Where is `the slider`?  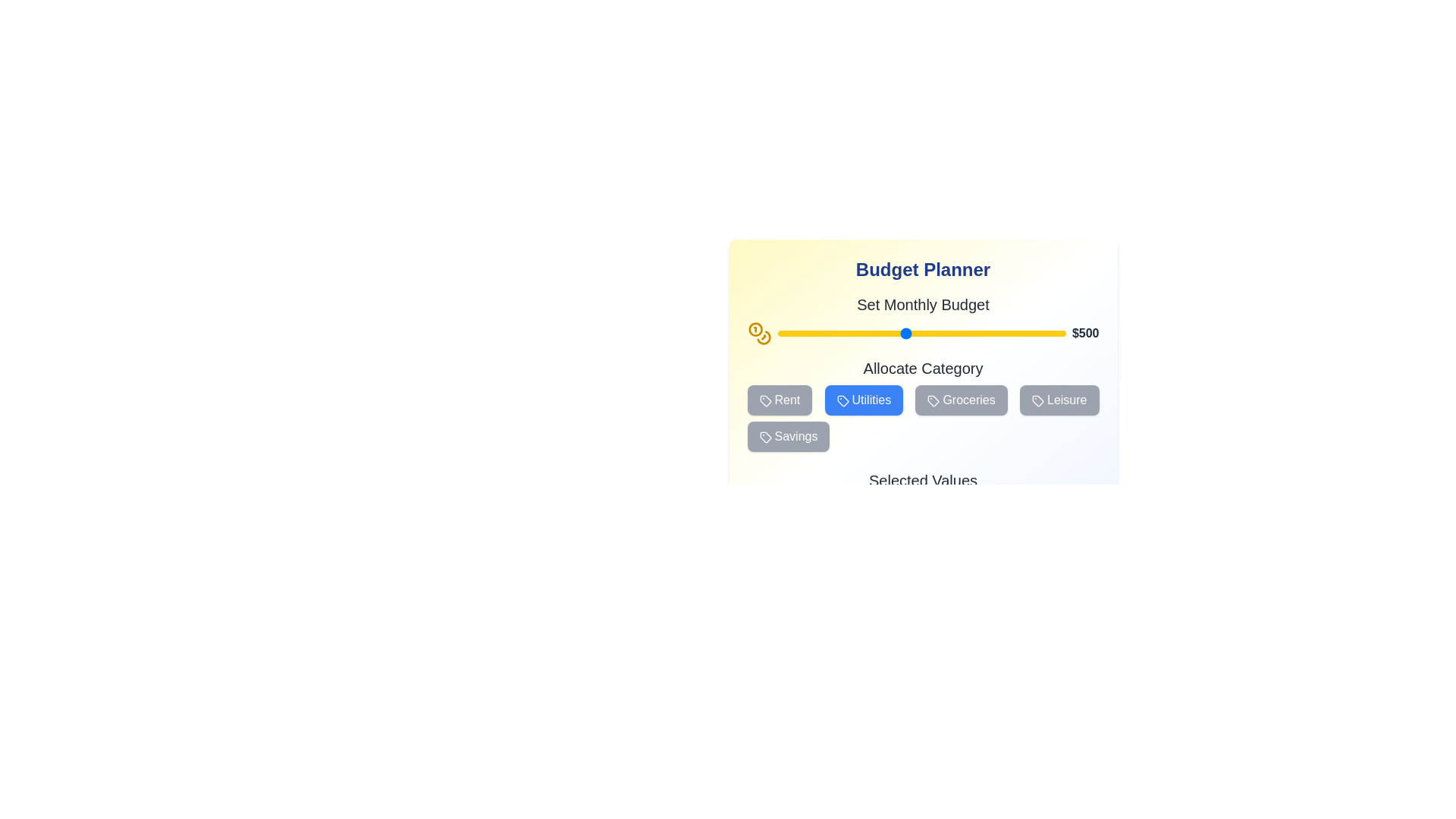
the slider is located at coordinates (959, 332).